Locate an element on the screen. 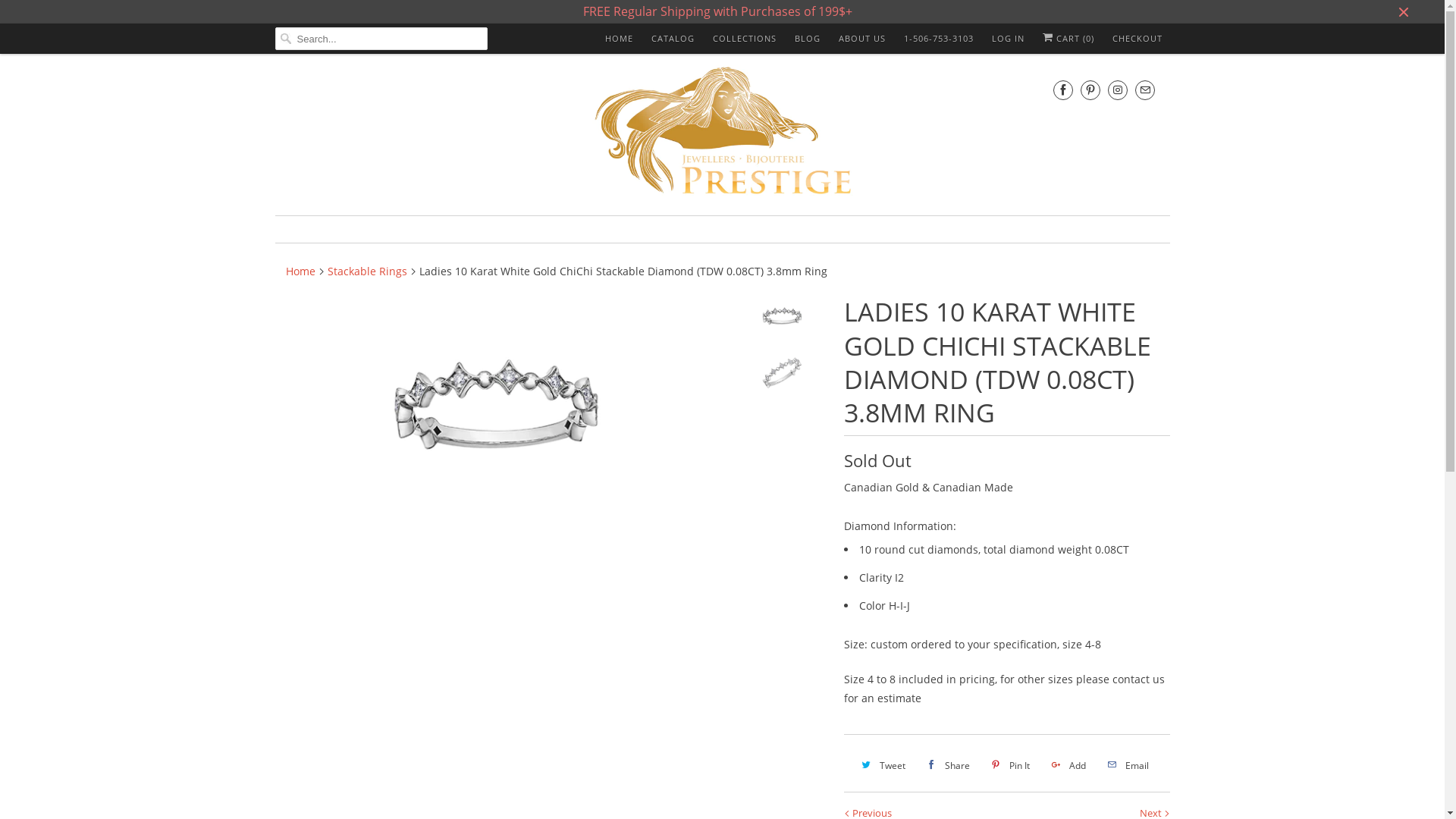  'ABOUT US' is located at coordinates (862, 37).